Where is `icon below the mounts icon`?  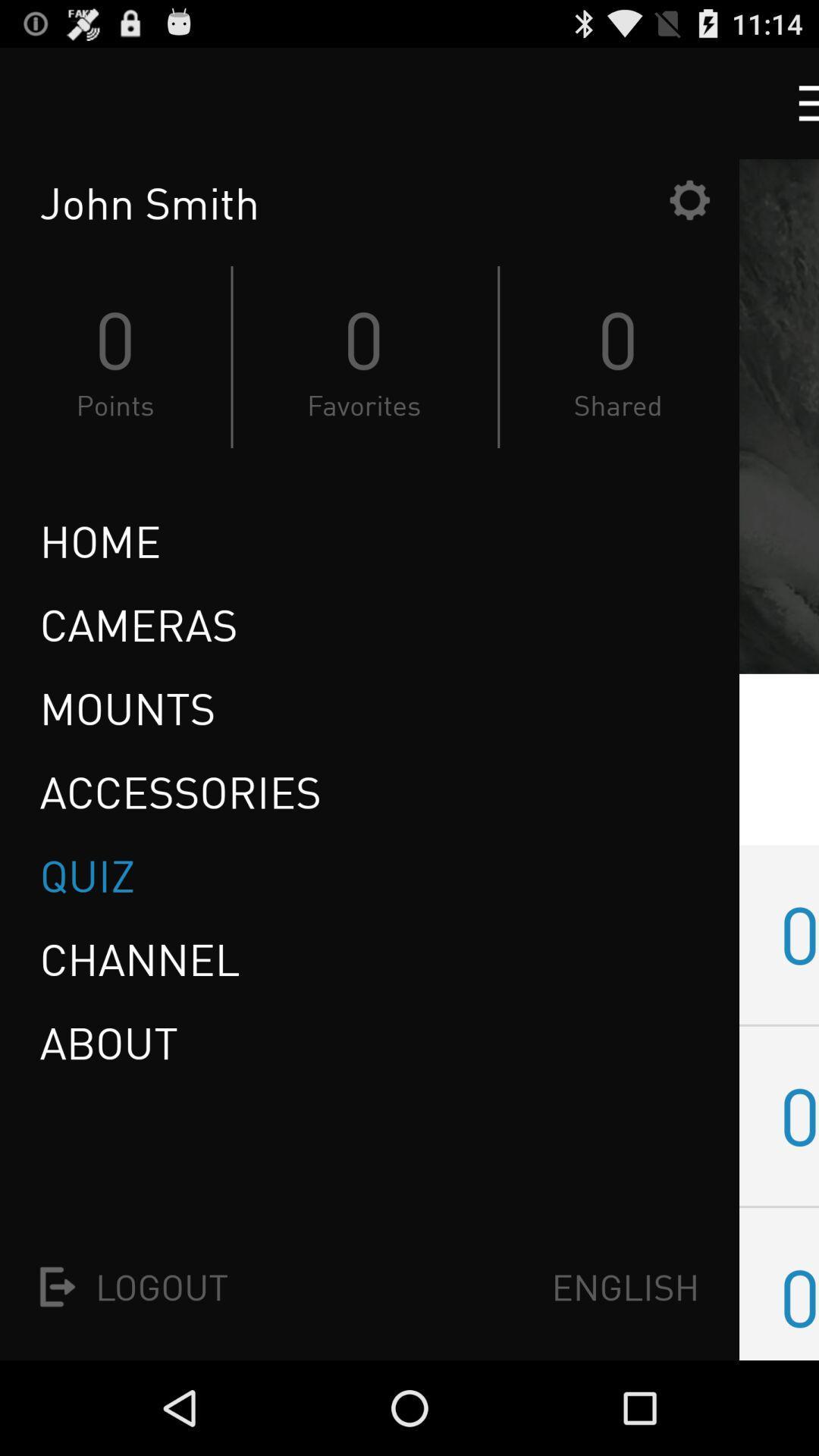
icon below the mounts icon is located at coordinates (180, 791).